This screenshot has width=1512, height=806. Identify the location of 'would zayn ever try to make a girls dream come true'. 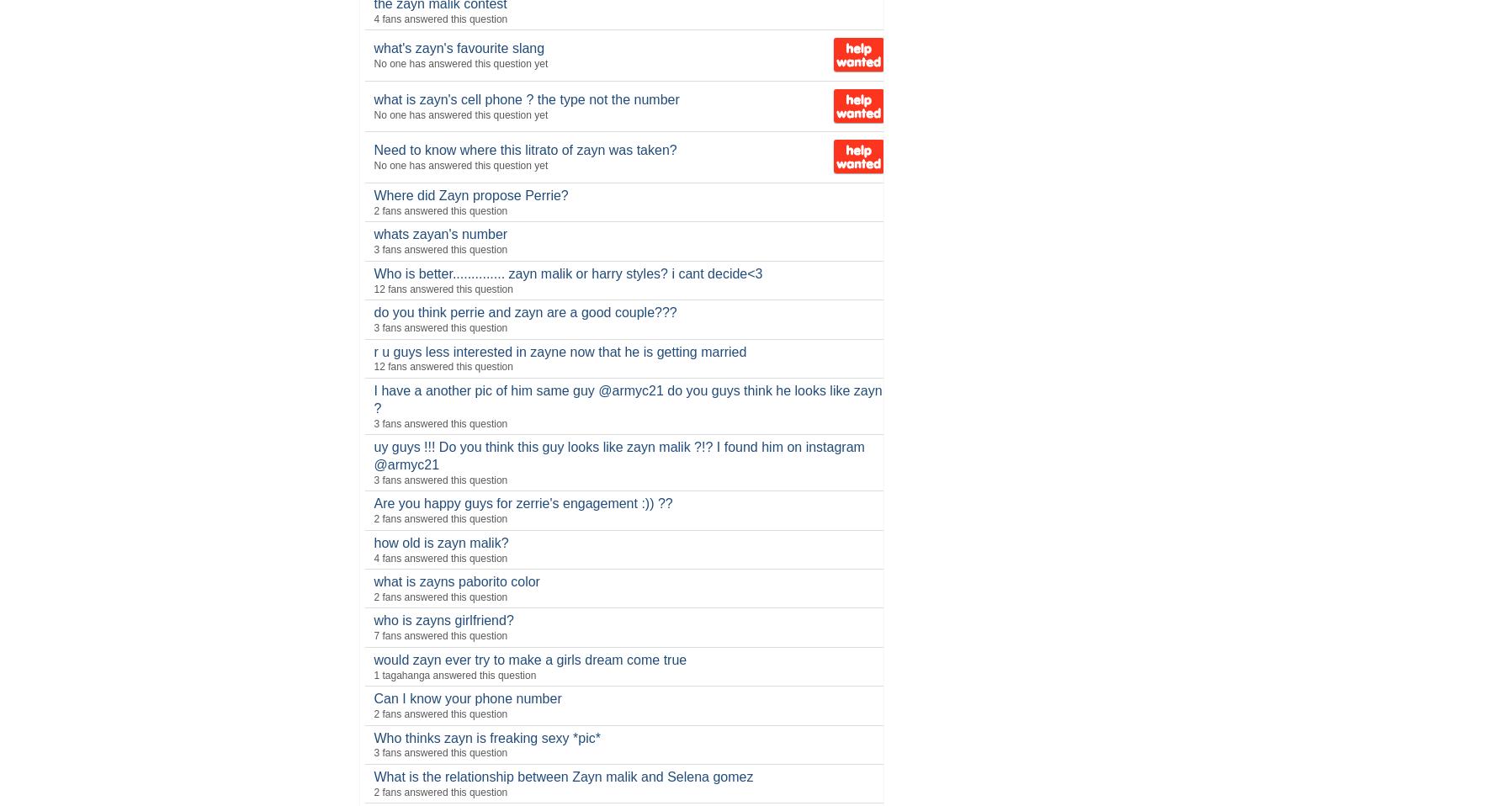
(530, 659).